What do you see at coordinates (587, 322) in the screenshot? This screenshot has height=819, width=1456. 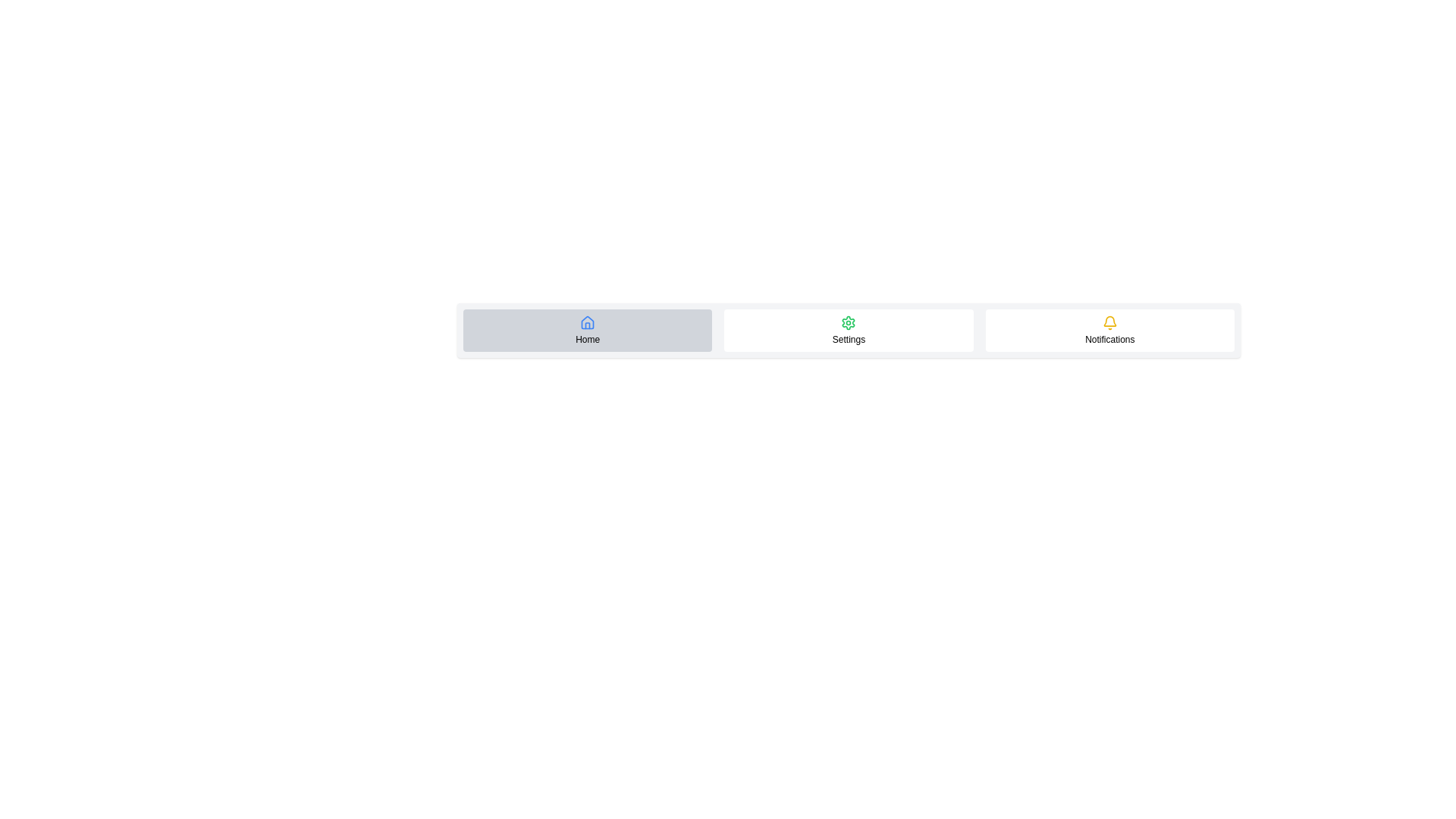 I see `the home icon, which is part of the gray 'Home' button on the navigation bar, located to the left of the 'Settings' and 'Notifications' buttons` at bounding box center [587, 322].